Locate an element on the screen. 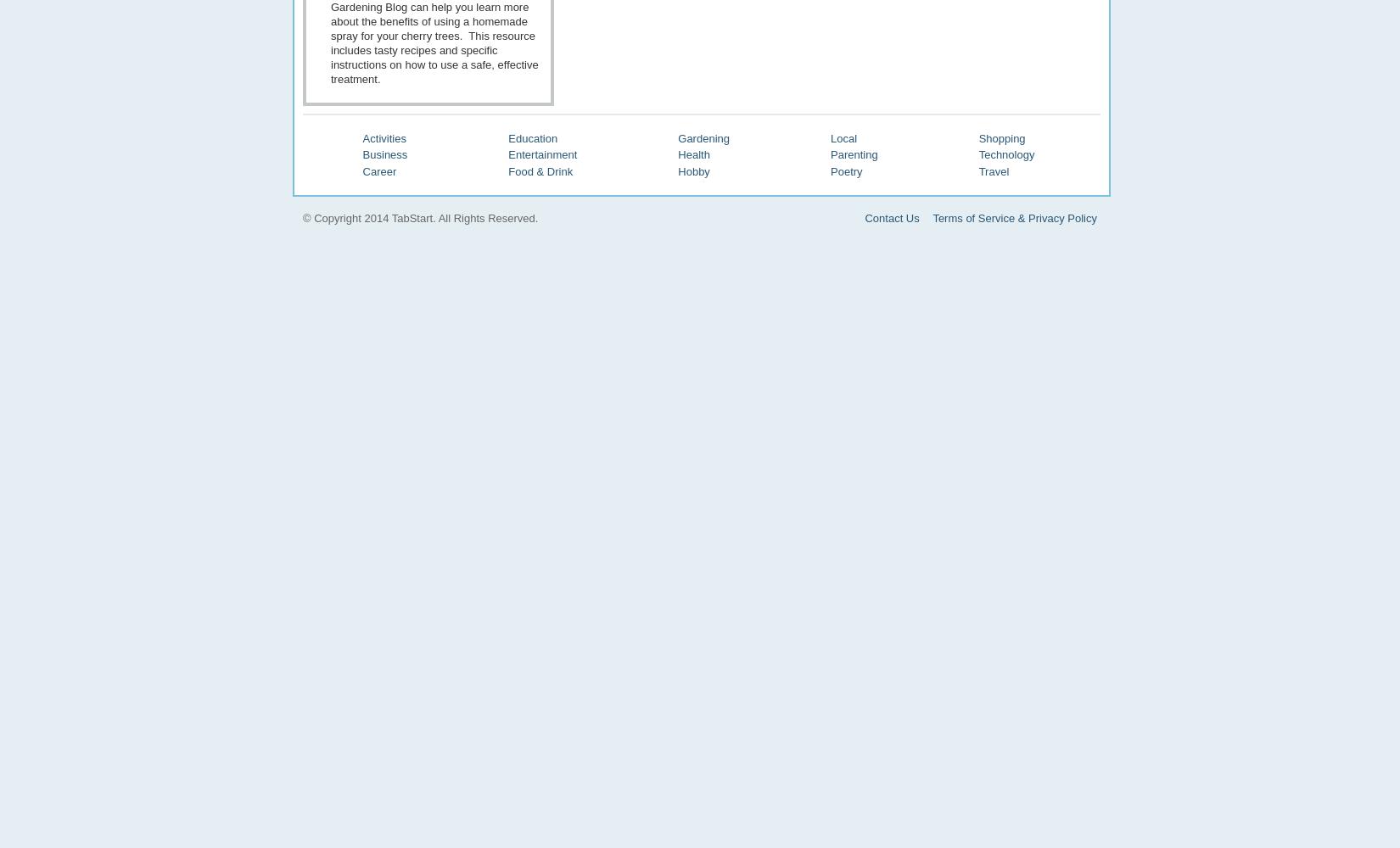  'Travel' is located at coordinates (994, 170).